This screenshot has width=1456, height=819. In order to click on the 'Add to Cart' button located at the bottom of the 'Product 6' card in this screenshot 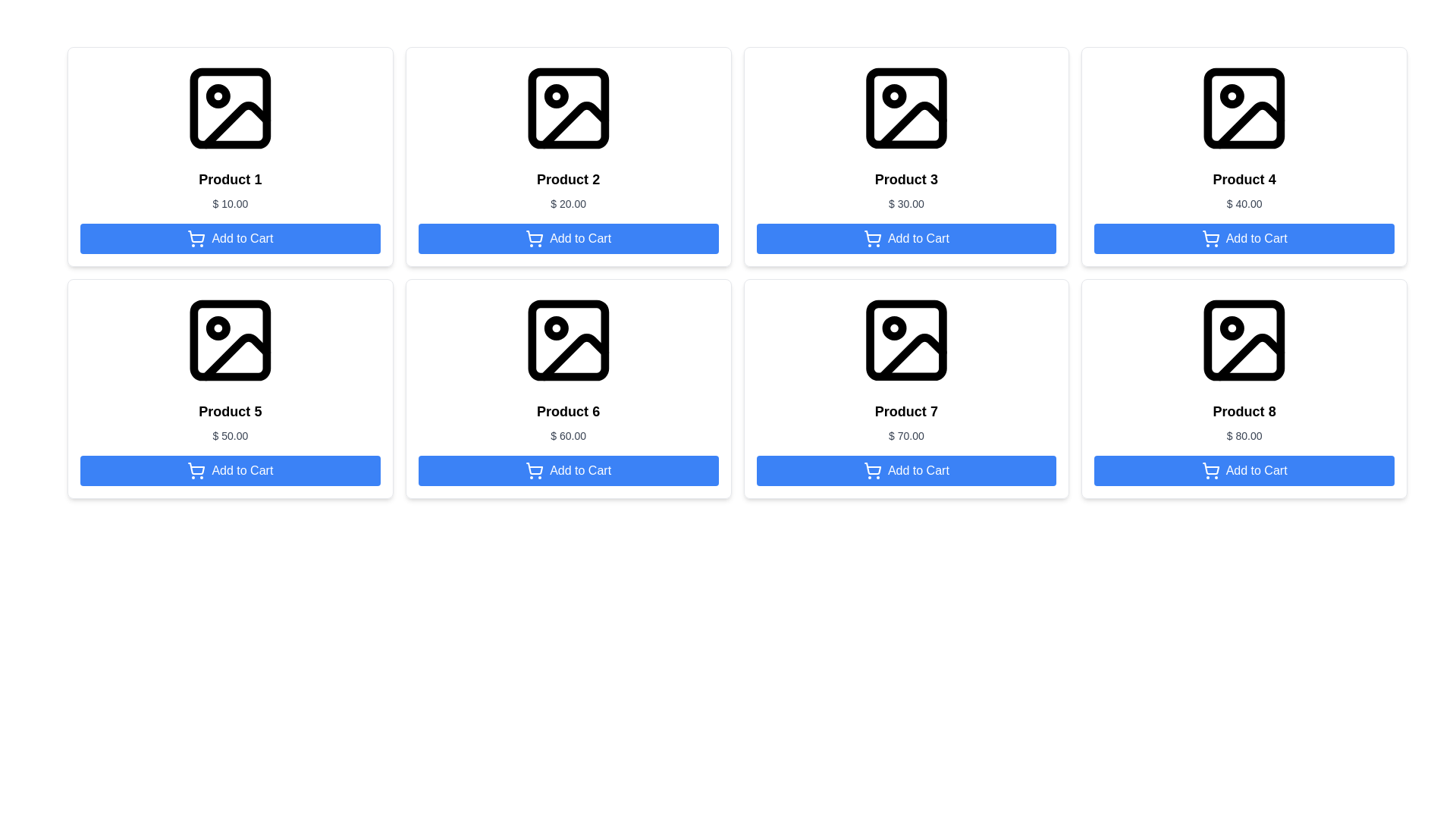, I will do `click(567, 470)`.